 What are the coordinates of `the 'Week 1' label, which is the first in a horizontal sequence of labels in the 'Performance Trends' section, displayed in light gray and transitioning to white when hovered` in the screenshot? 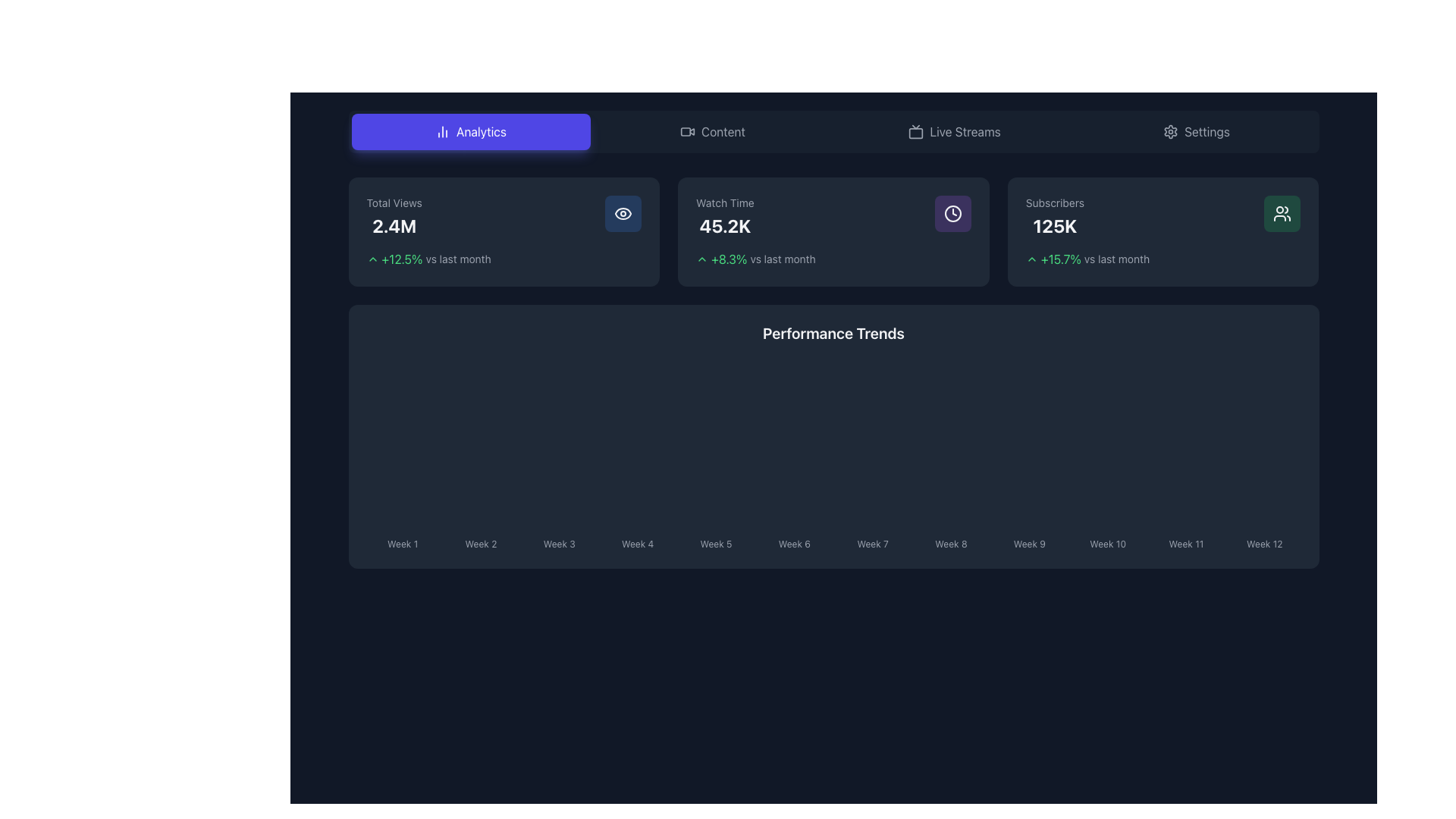 It's located at (403, 540).